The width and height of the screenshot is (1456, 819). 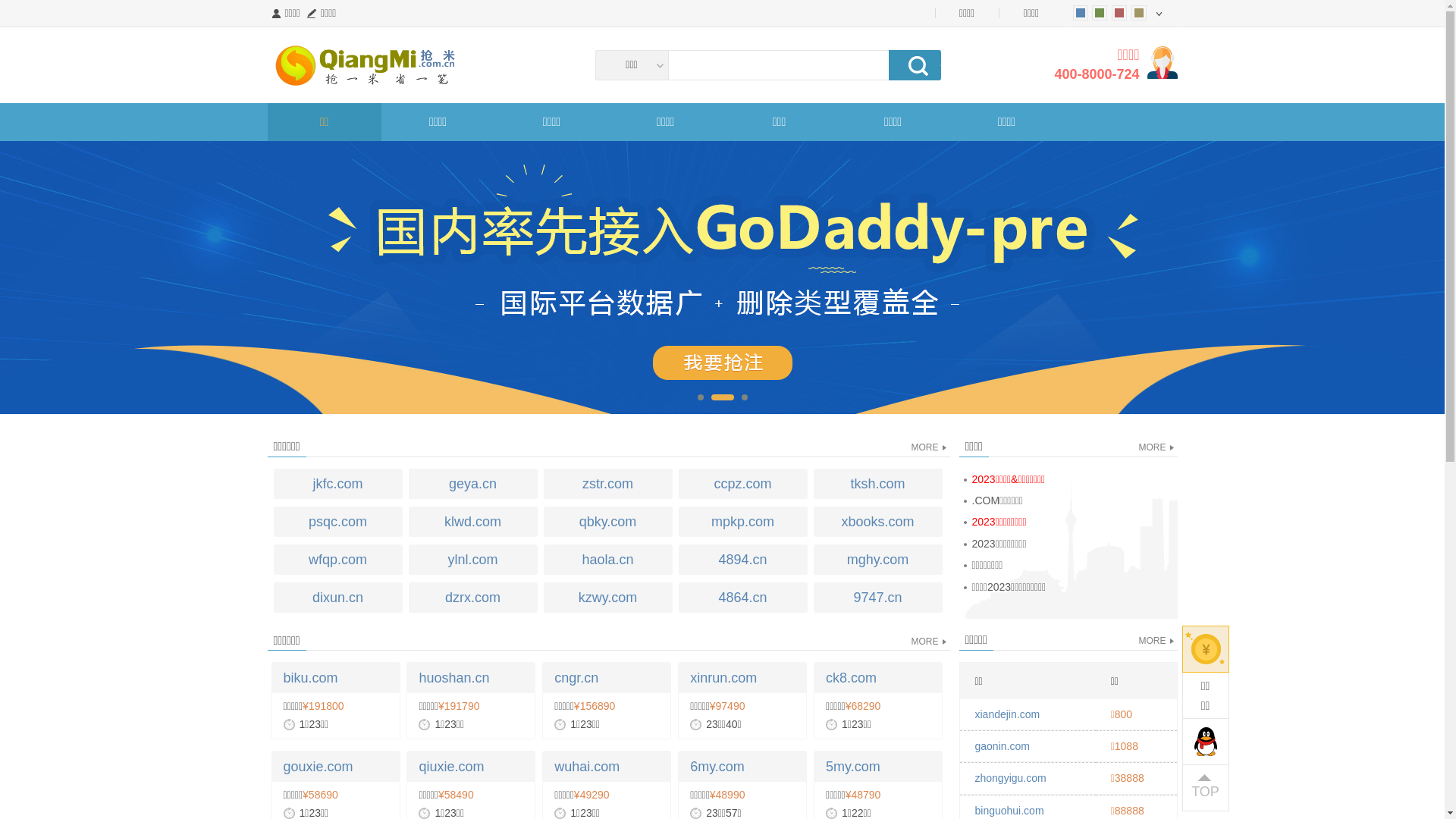 I want to click on 'haola.cn', so click(x=607, y=559).